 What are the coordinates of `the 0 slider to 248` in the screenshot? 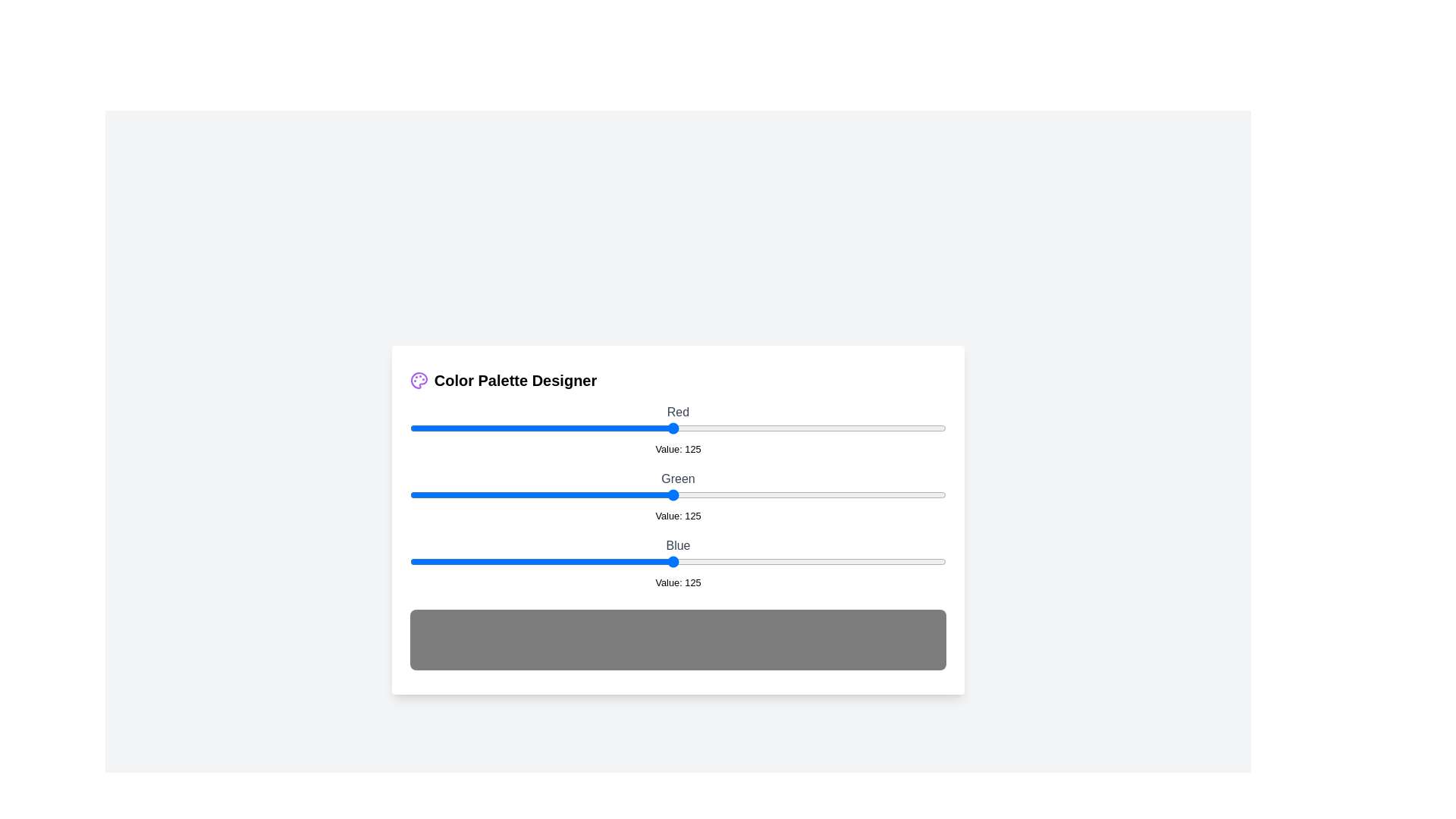 It's located at (930, 428).